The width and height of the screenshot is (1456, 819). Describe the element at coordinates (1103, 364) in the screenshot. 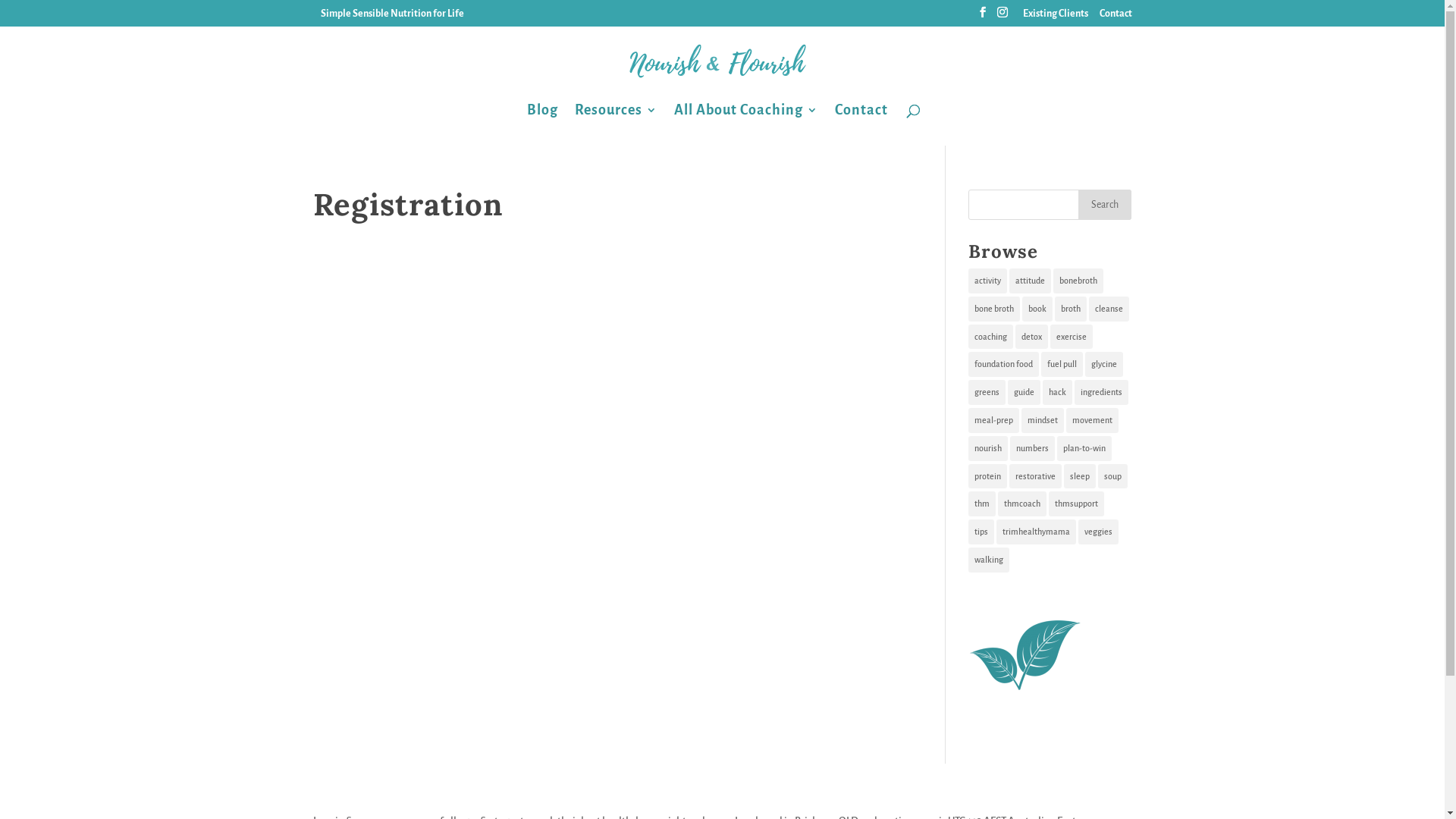

I see `'glycine'` at that location.